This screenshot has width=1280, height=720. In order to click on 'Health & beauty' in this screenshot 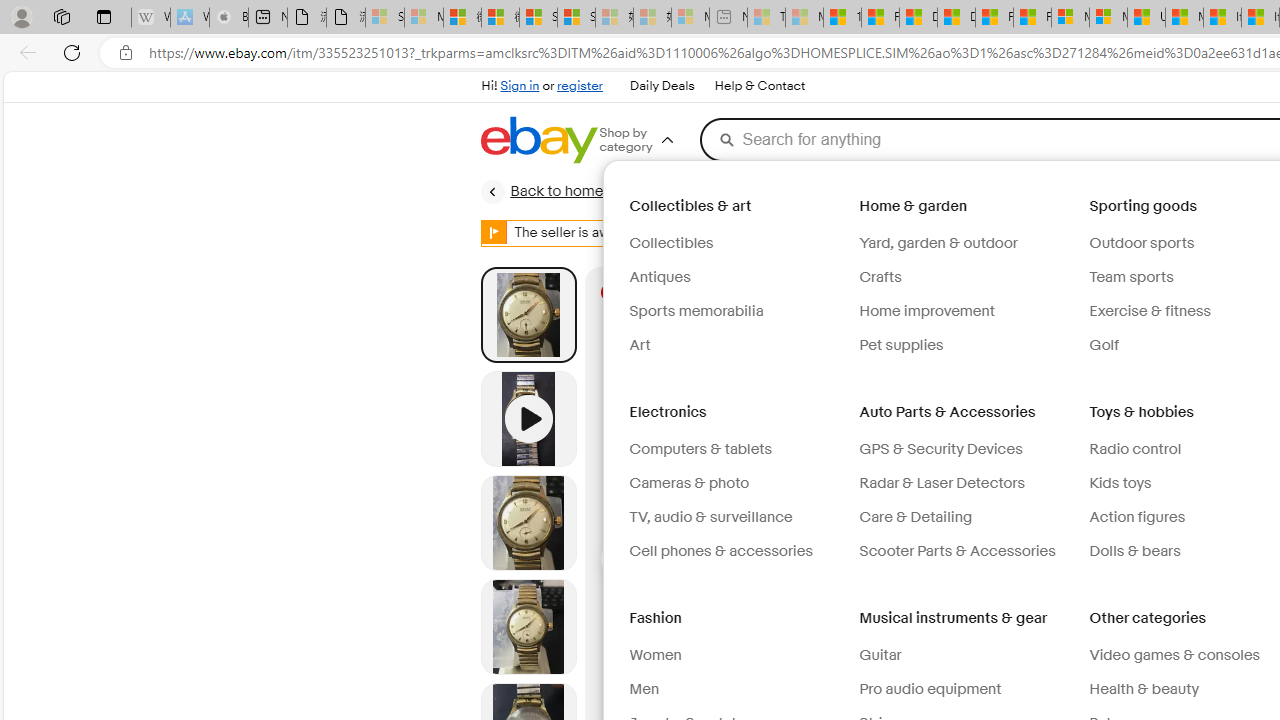, I will do `click(1144, 688)`.